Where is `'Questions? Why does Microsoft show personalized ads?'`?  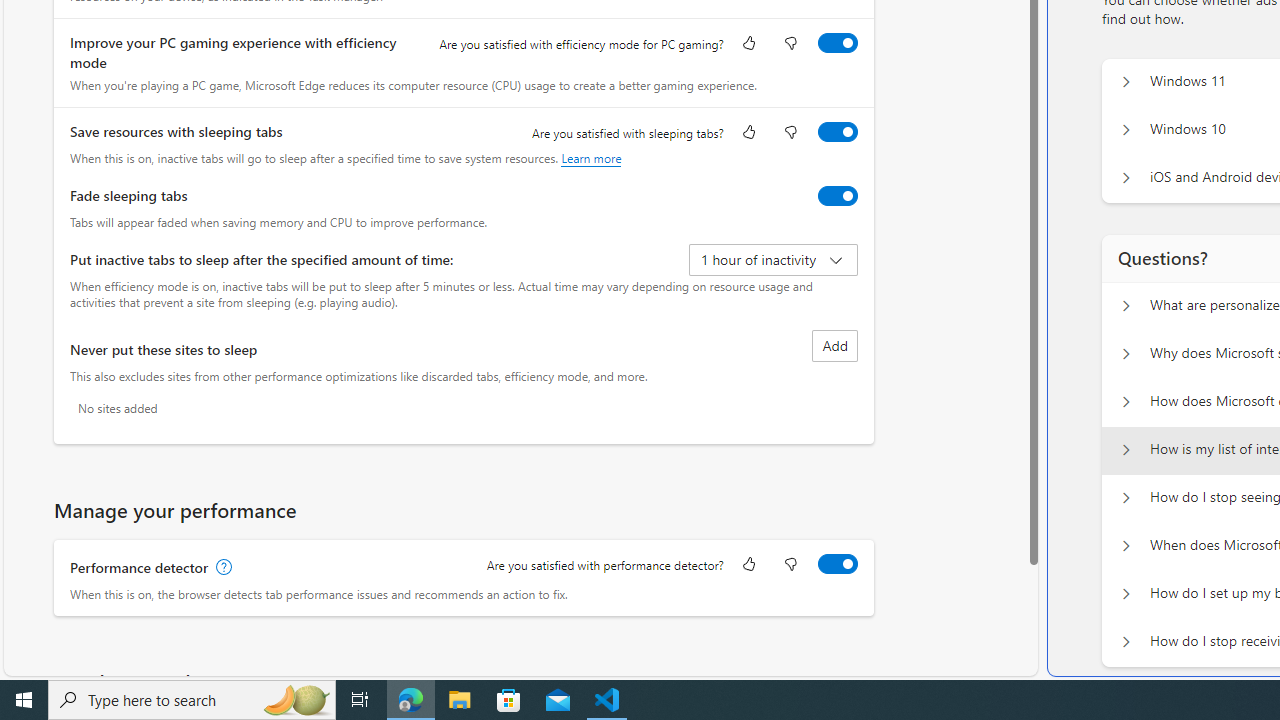
'Questions? Why does Microsoft show personalized ads?' is located at coordinates (1125, 353).